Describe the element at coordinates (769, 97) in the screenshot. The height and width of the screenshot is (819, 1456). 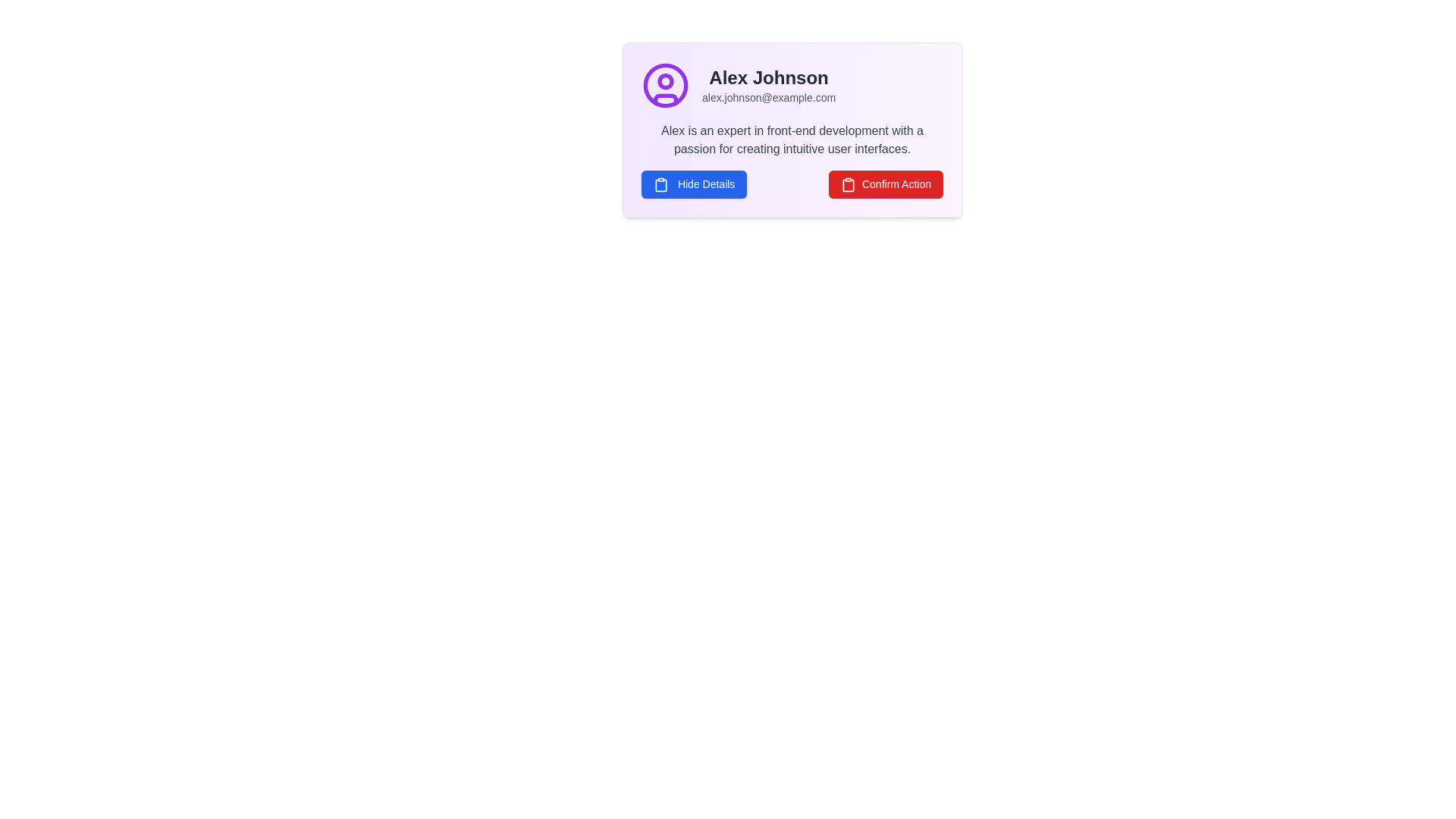
I see `the static text element displaying the email address 'alex.johnson@example.com', which is located below the name 'Alex Johnson' in the profile details section of the card layout` at that location.